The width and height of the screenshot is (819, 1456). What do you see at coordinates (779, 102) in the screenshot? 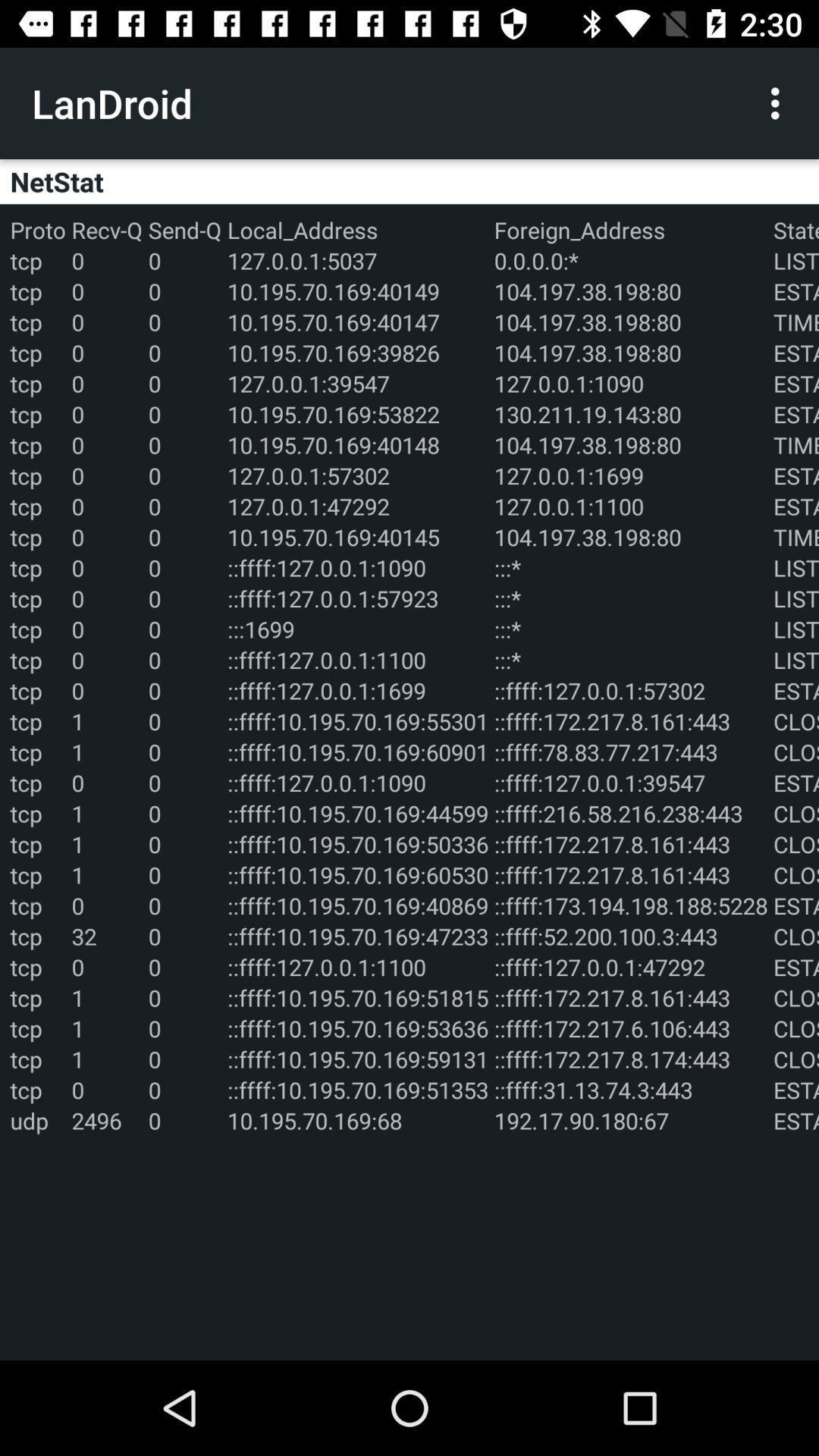
I see `the icon next to the landroid icon` at bounding box center [779, 102].